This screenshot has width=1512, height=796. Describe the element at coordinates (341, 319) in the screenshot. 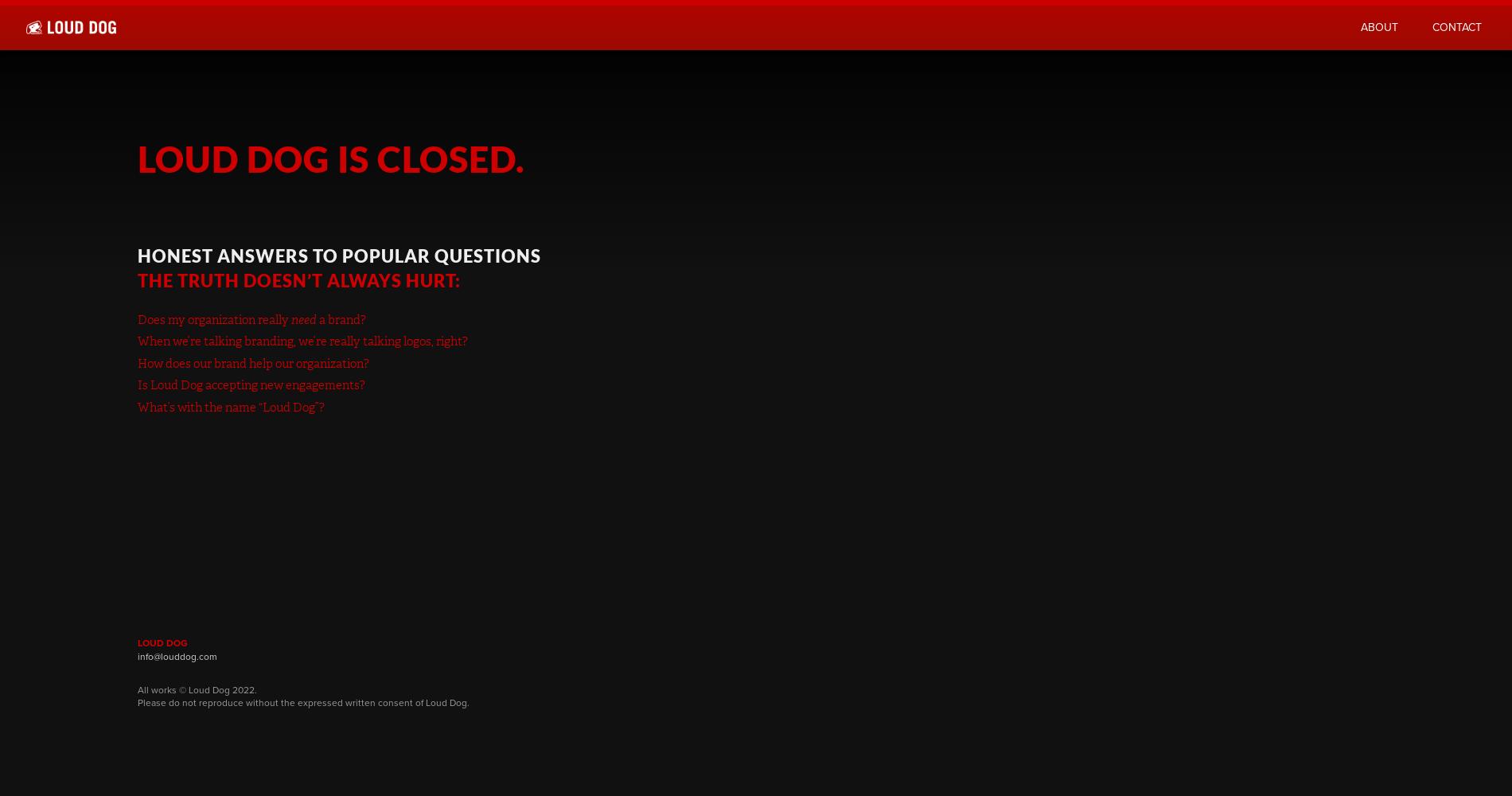

I see `'a brand?'` at that location.